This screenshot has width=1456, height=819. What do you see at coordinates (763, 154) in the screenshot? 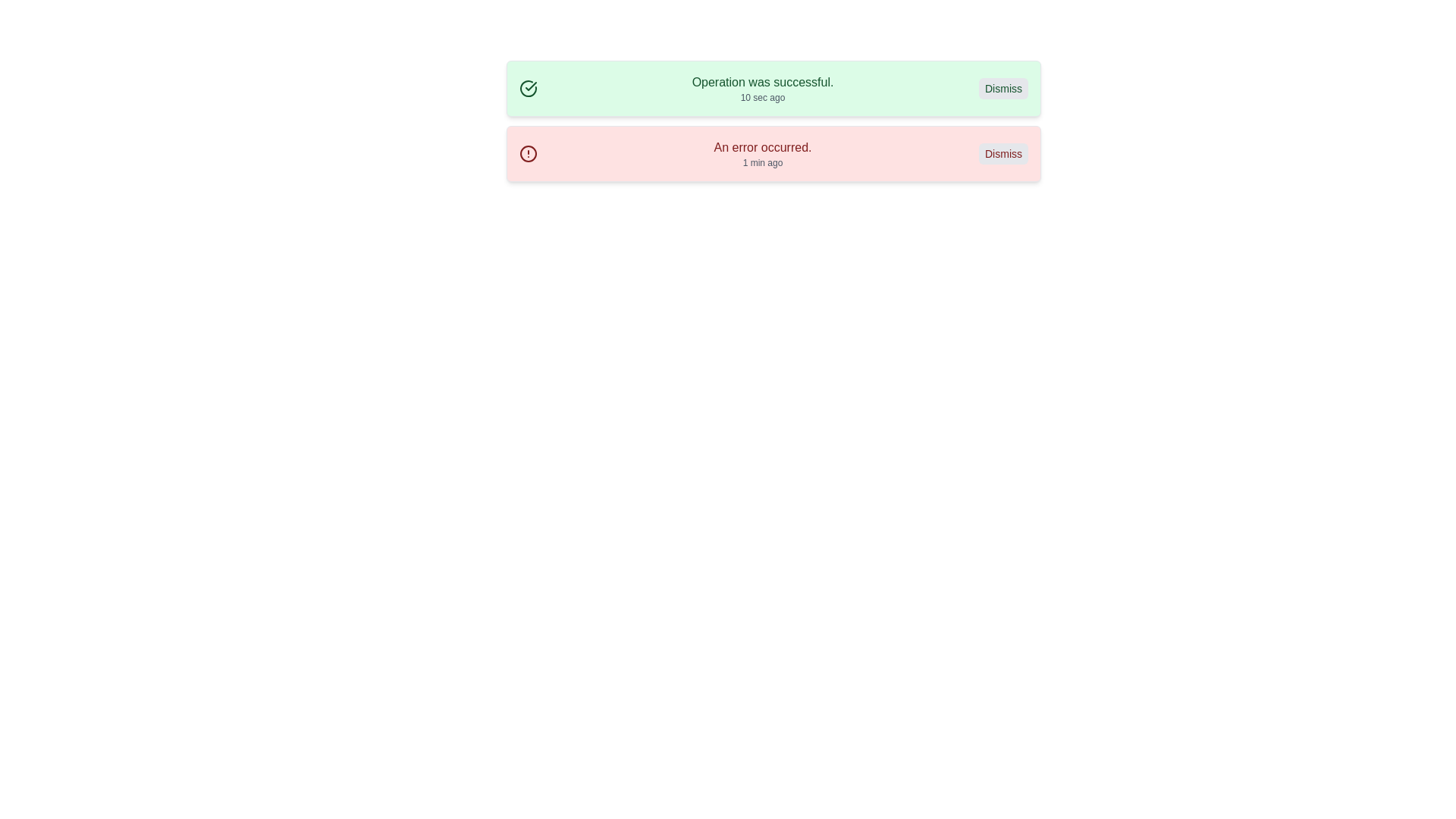
I see `the Text Display Area that displays 'An error occurred.' in bold with a timestamp '1 min ago' below it` at bounding box center [763, 154].